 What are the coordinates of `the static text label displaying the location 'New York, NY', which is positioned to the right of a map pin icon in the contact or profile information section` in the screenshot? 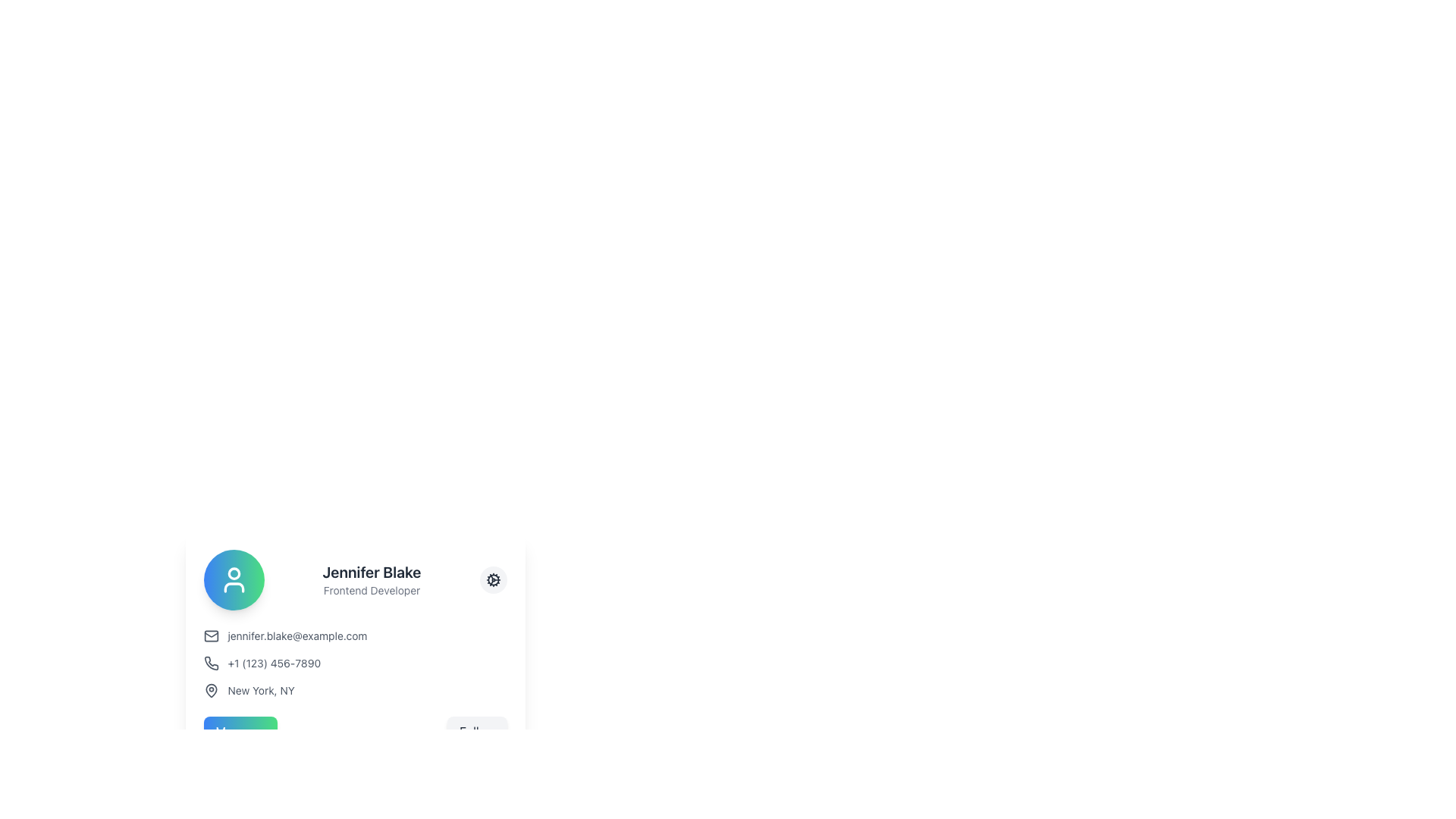 It's located at (261, 690).